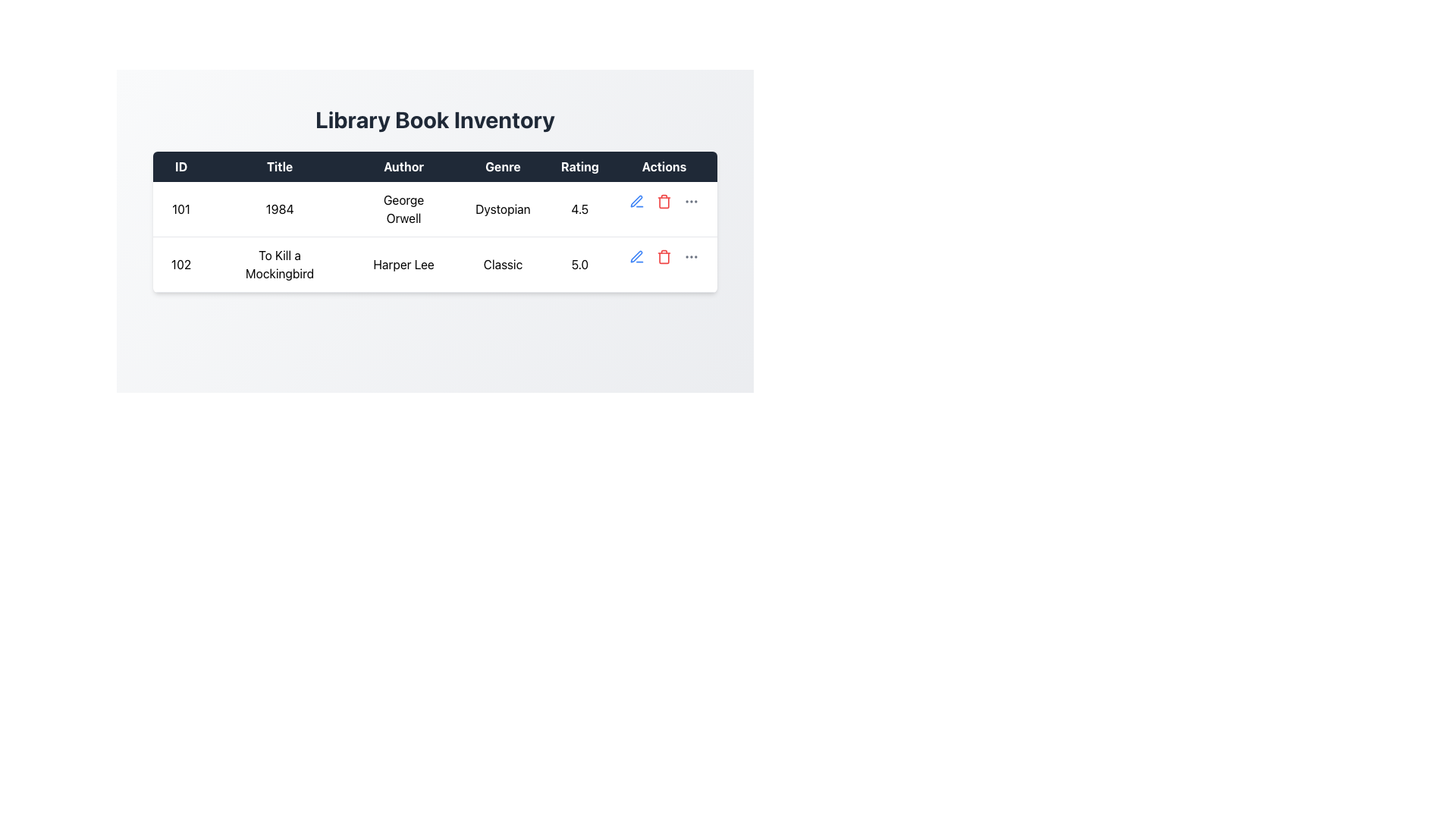 Image resolution: width=1456 pixels, height=819 pixels. What do you see at coordinates (664, 199) in the screenshot?
I see `the trash icon button in the 'Actions' column for the book '1984' by 'George Orwell'` at bounding box center [664, 199].